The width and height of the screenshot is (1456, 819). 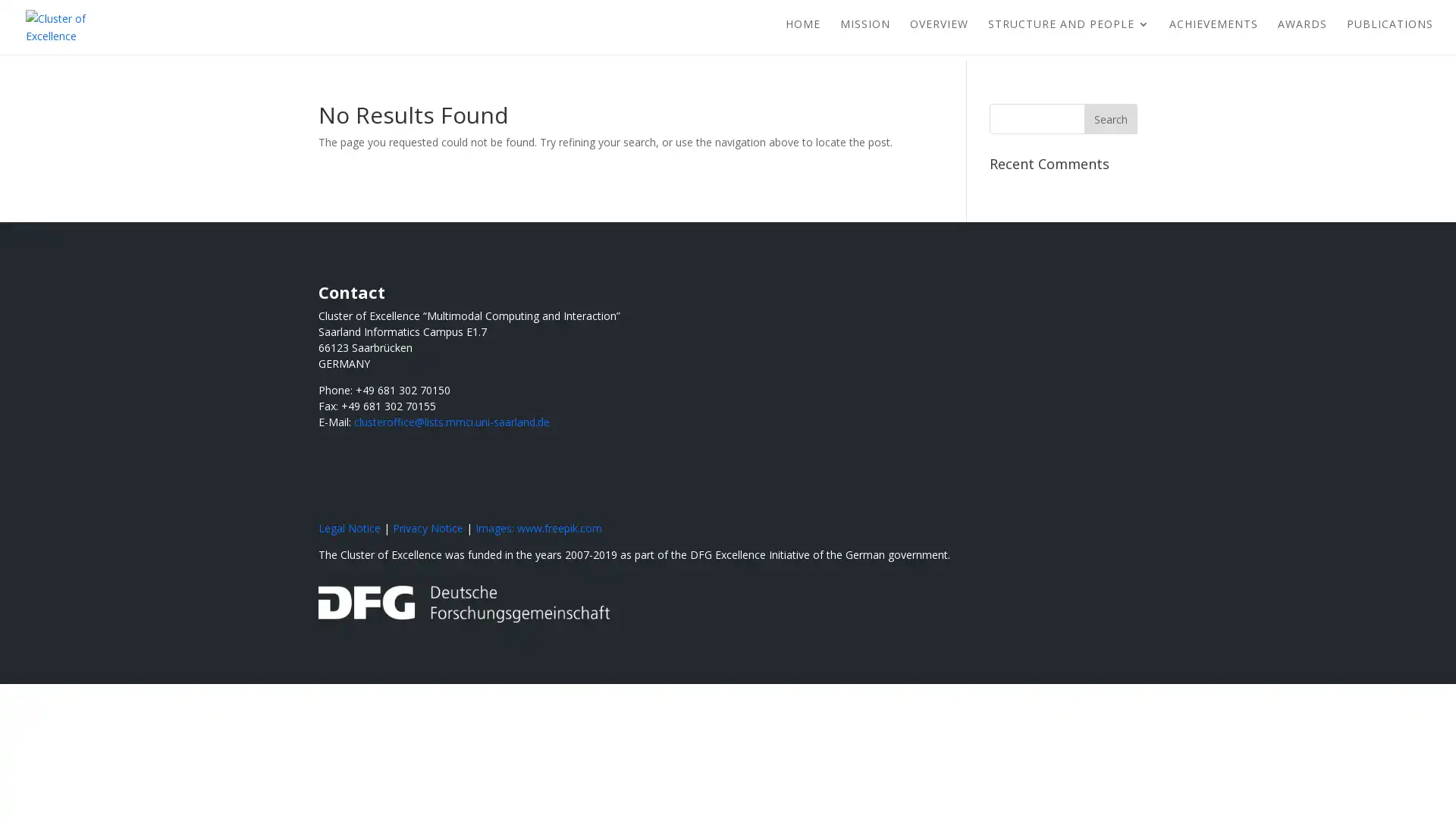 What do you see at coordinates (1110, 114) in the screenshot?
I see `Search` at bounding box center [1110, 114].